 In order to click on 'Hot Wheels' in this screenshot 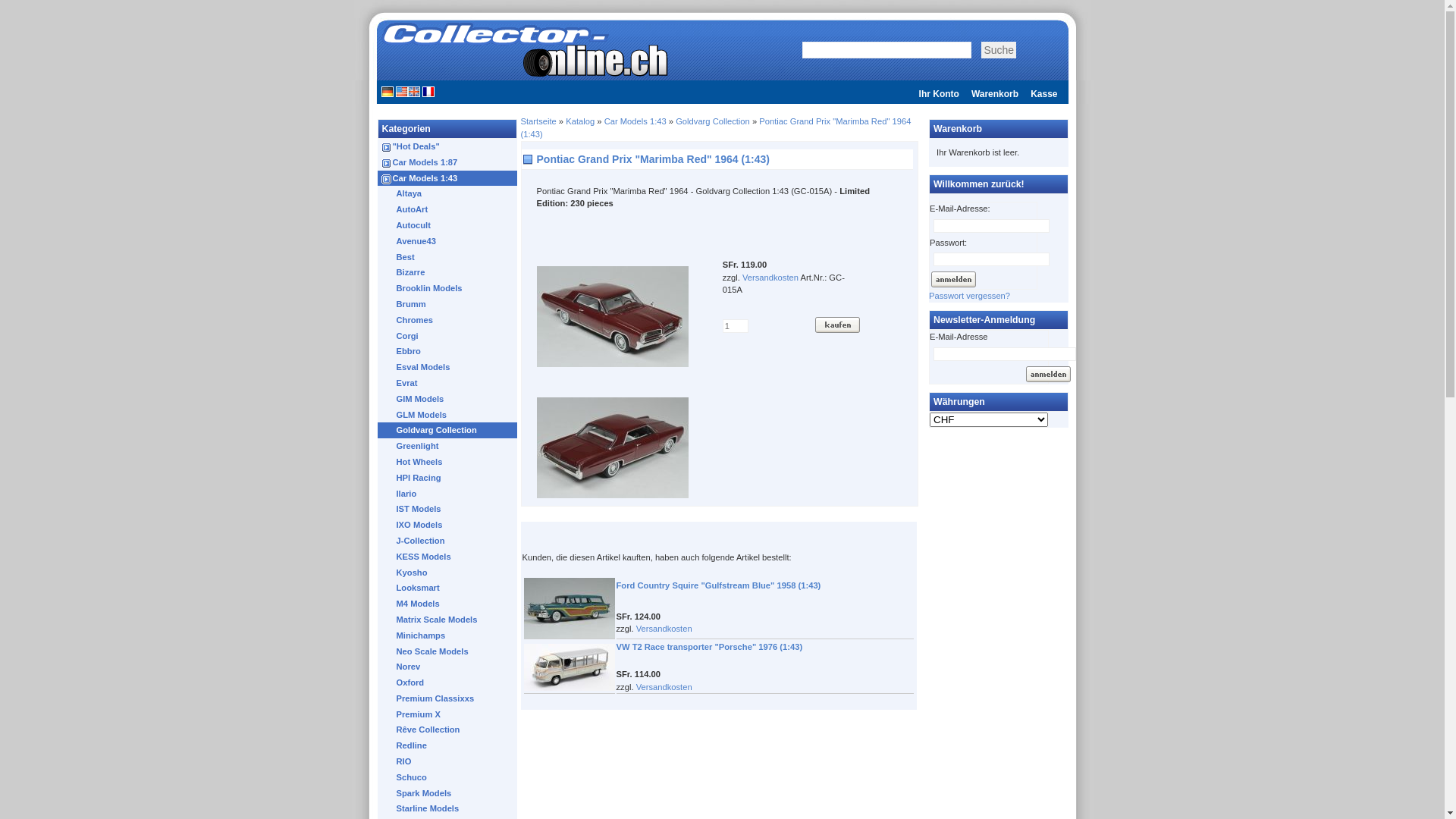, I will do `click(449, 461)`.